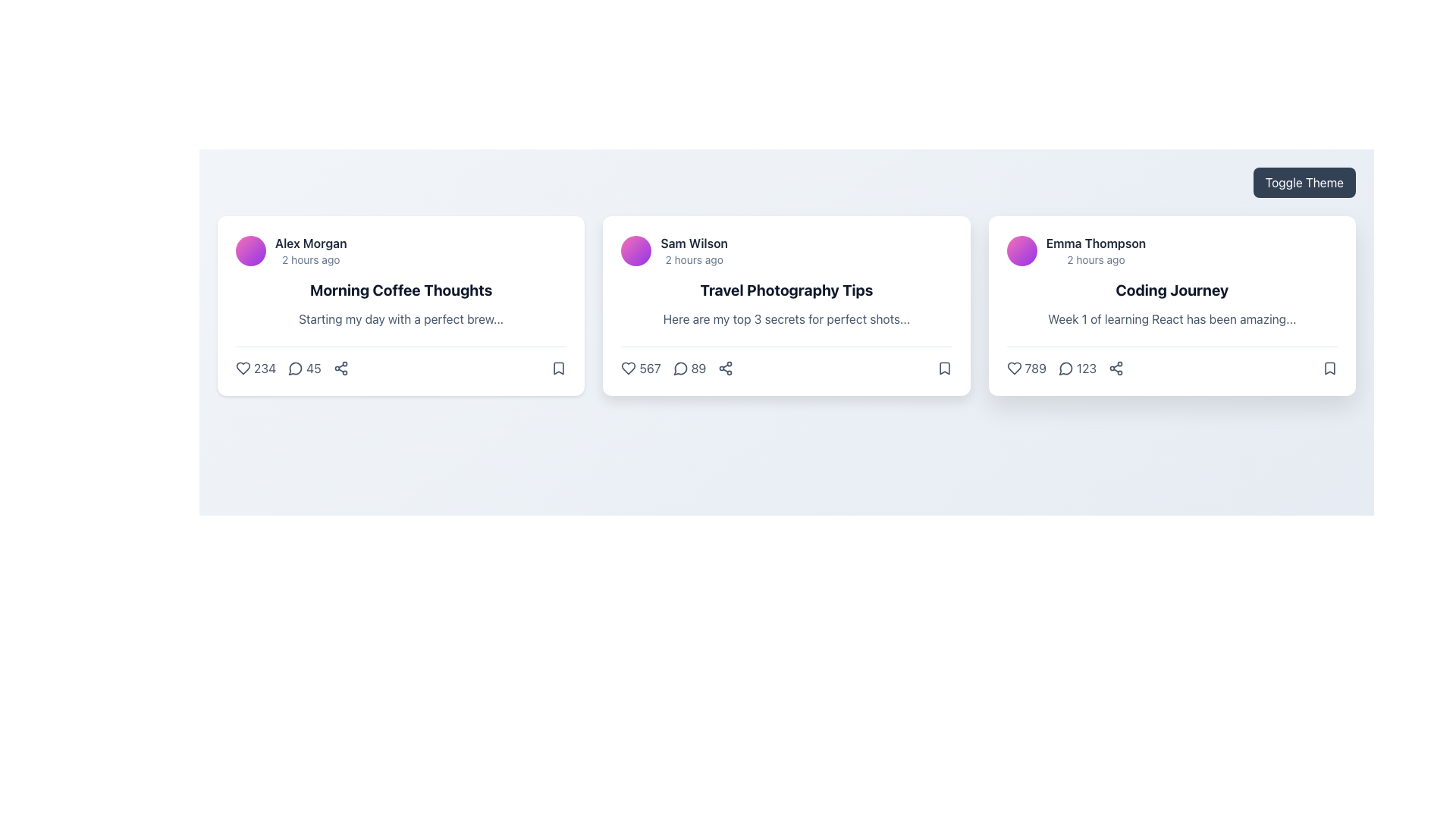 The height and width of the screenshot is (819, 1456). I want to click on the circular share icon located at the bottom-right corner of the first card, which is styled in slate-gray and features three nodes connected by lines, so click(340, 369).